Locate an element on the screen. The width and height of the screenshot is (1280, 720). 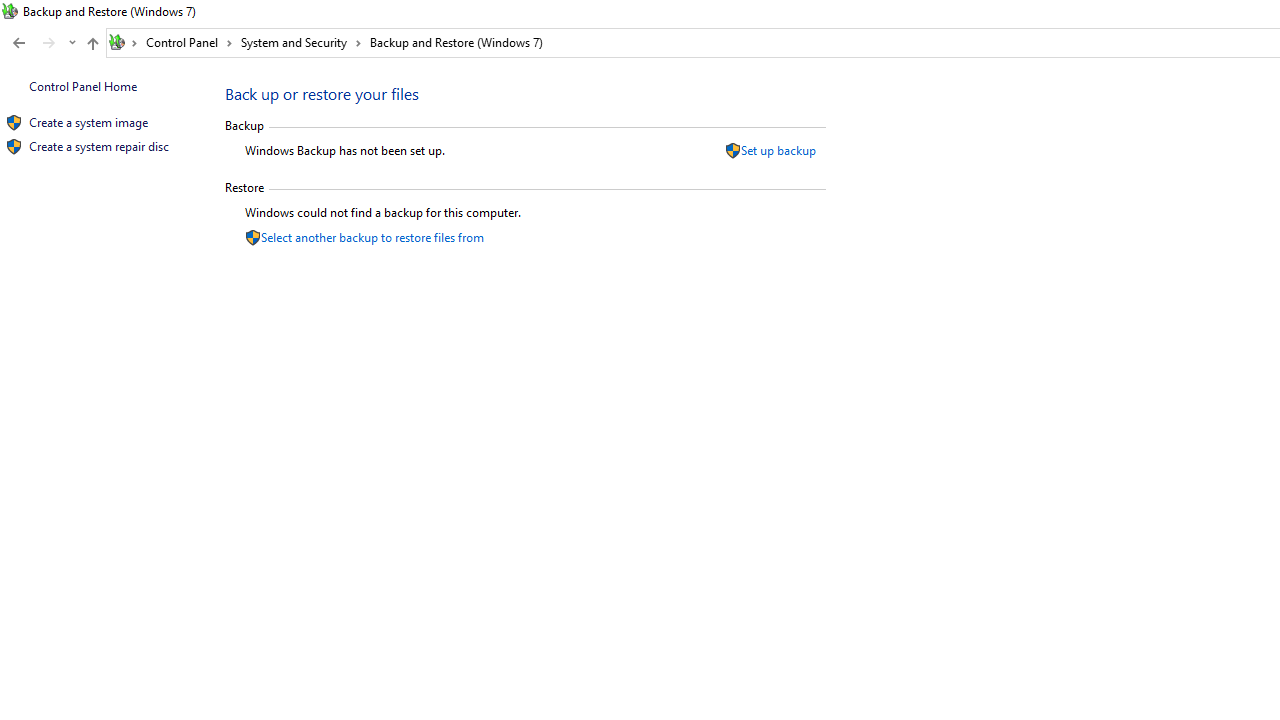
'Navigation buttons' is located at coordinates (42, 43).